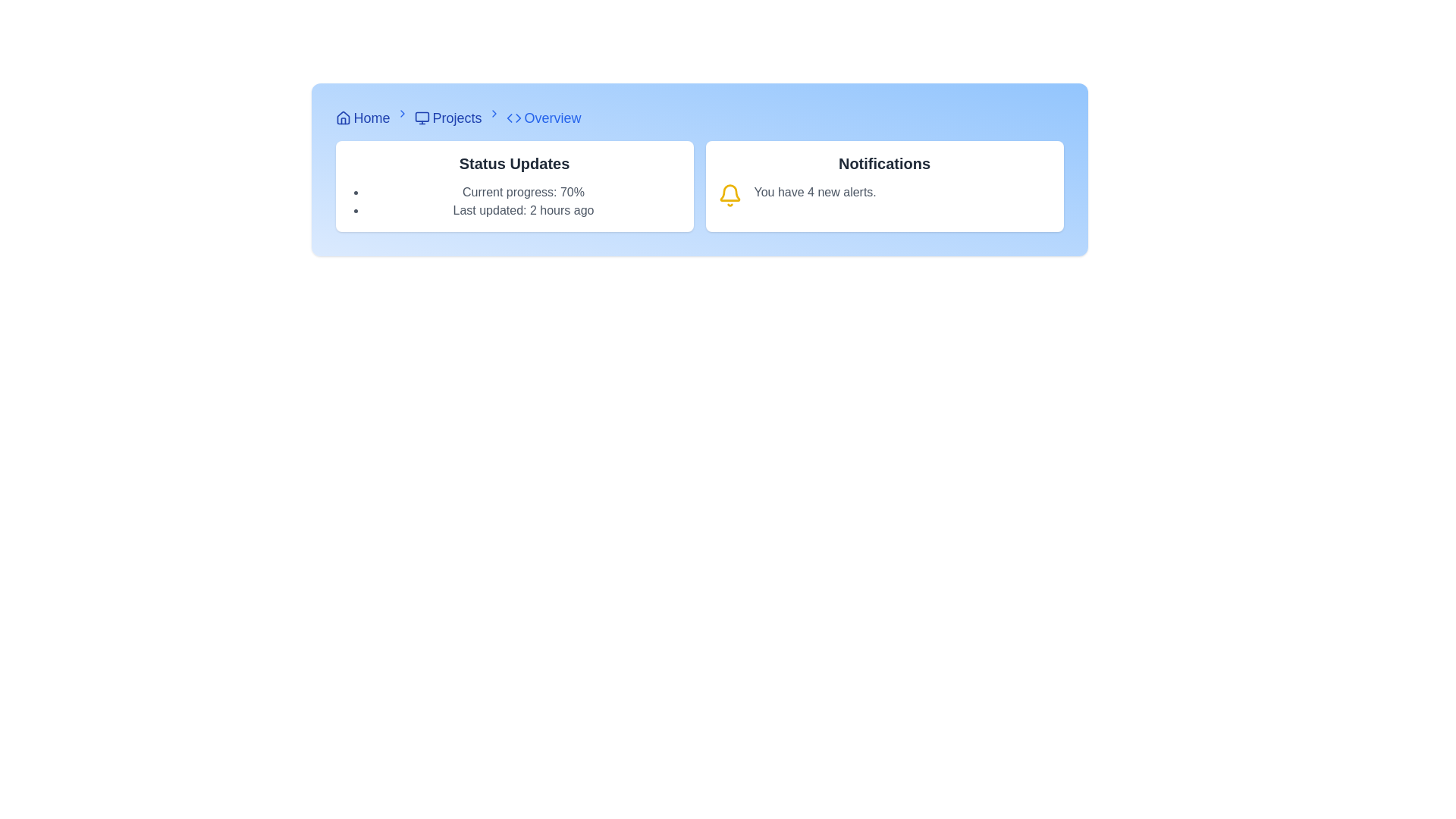 The width and height of the screenshot is (1456, 819). I want to click on the notification indicator text label located within the 'Notifications' panel, immediately to the right of the yellow bell icon, so click(814, 195).